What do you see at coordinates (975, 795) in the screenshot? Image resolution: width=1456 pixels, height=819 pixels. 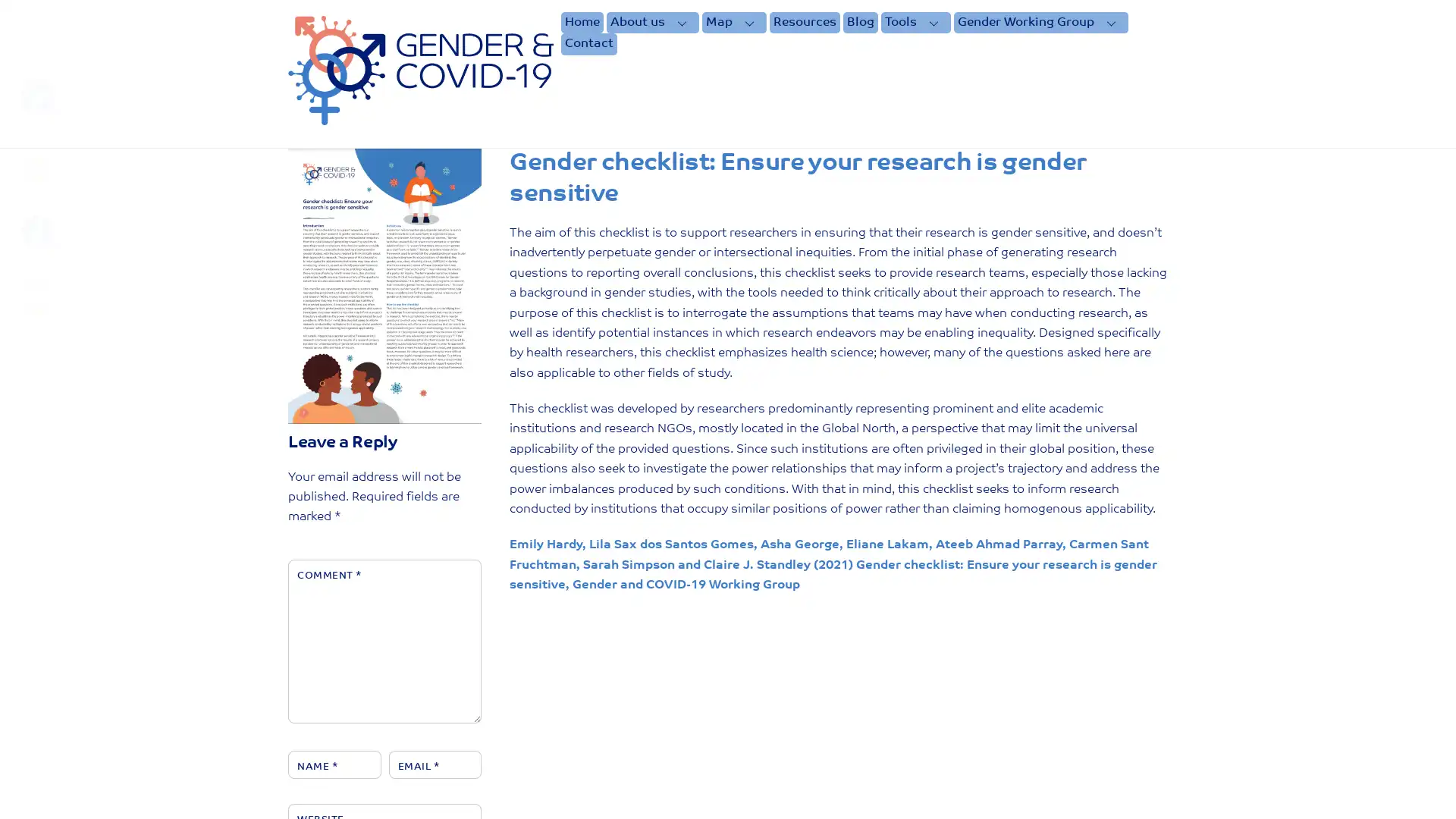 I see `Accept` at bounding box center [975, 795].